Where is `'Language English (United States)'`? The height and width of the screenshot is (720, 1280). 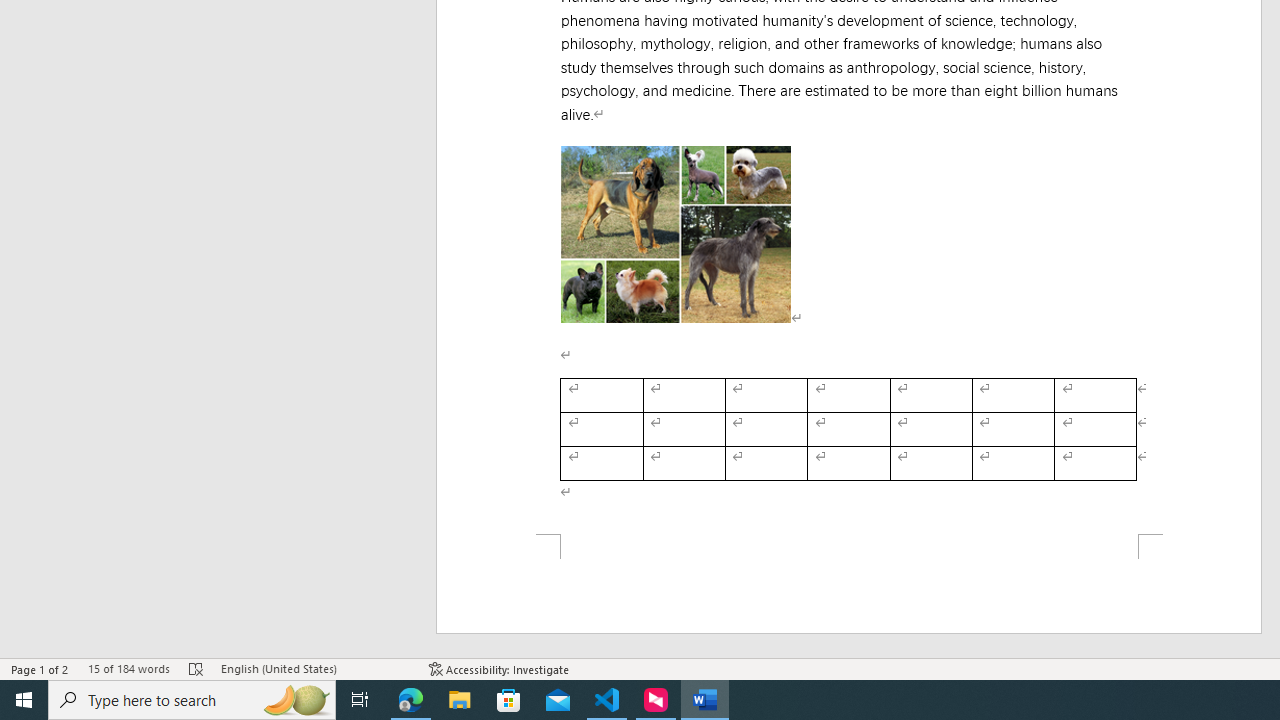
'Language English (United States)' is located at coordinates (314, 669).